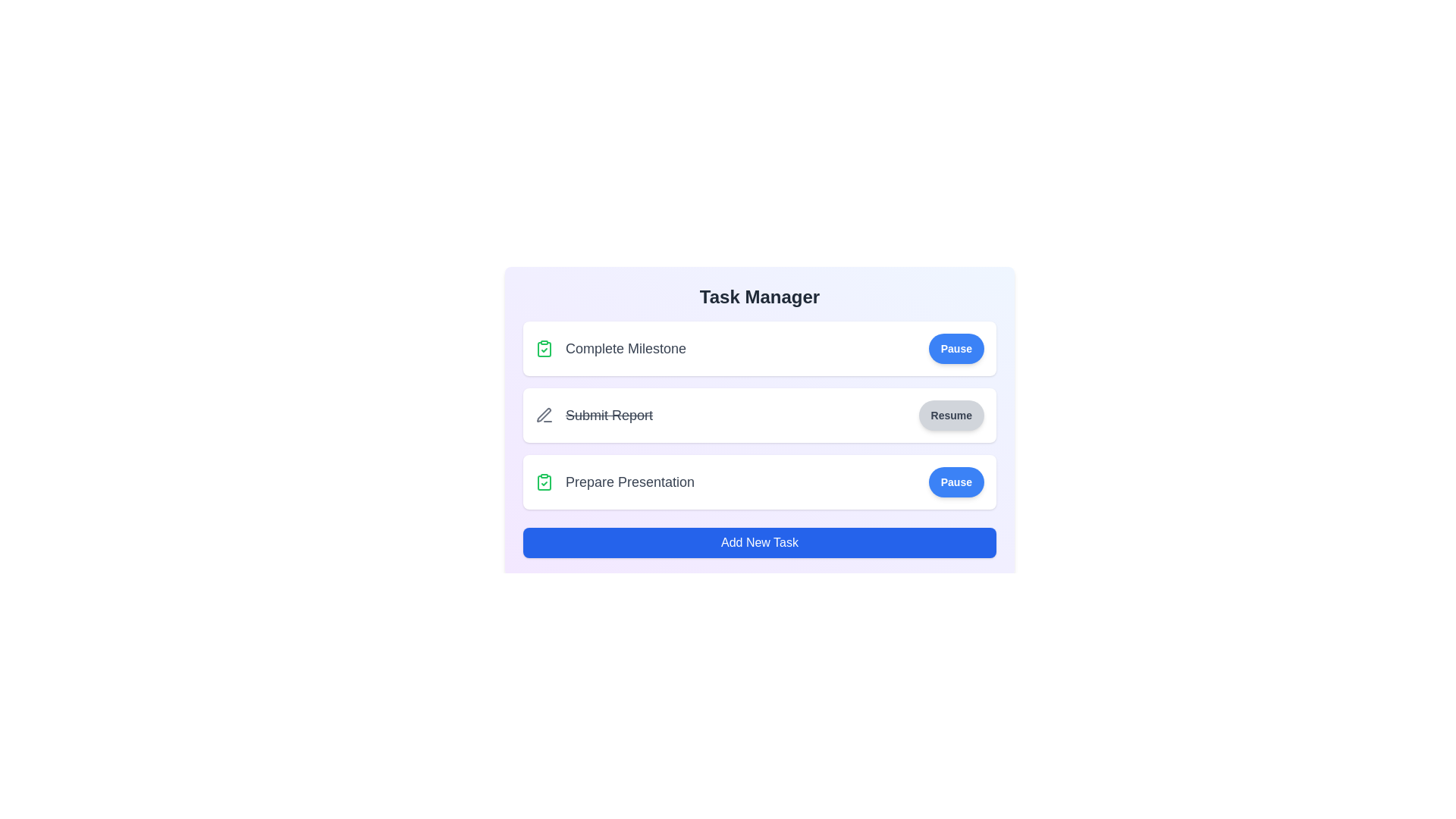  I want to click on 'Add New Task' button to add a new task, so click(760, 542).